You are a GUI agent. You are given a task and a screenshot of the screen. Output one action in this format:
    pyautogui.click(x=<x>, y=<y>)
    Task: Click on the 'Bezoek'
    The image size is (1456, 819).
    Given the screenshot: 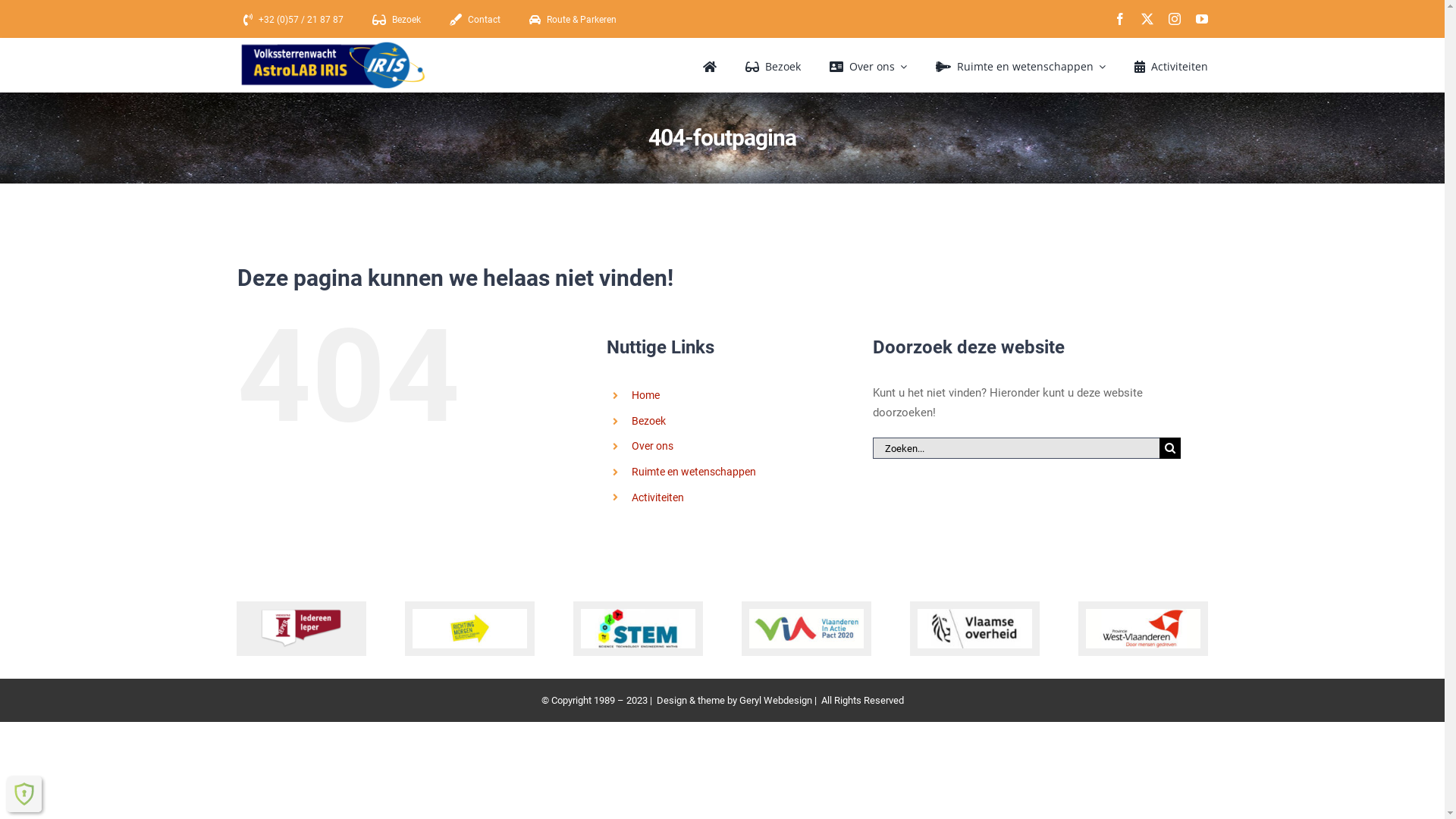 What is the action you would take?
    pyautogui.click(x=632, y=421)
    